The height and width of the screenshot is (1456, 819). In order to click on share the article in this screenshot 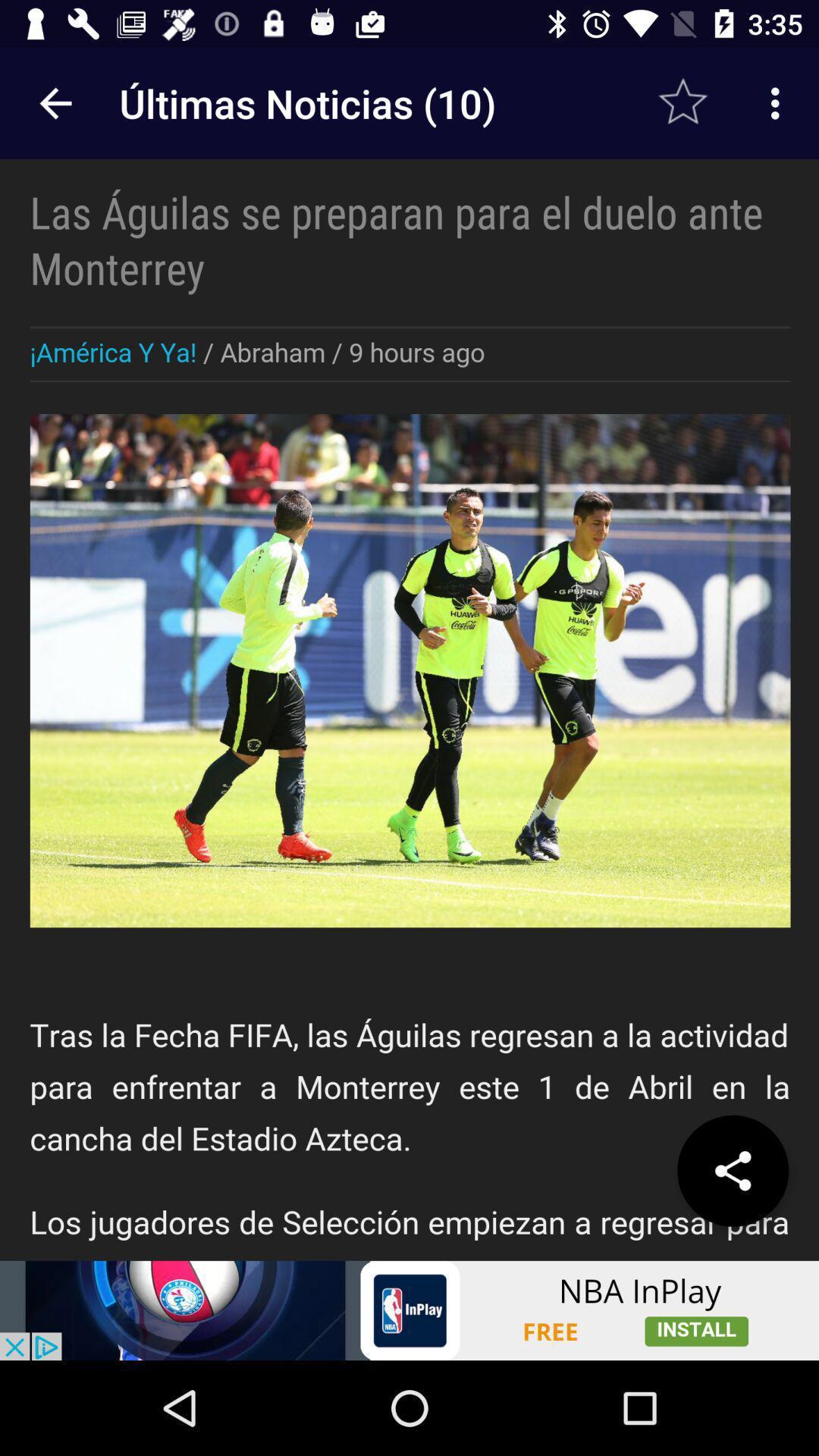, I will do `click(732, 1170)`.